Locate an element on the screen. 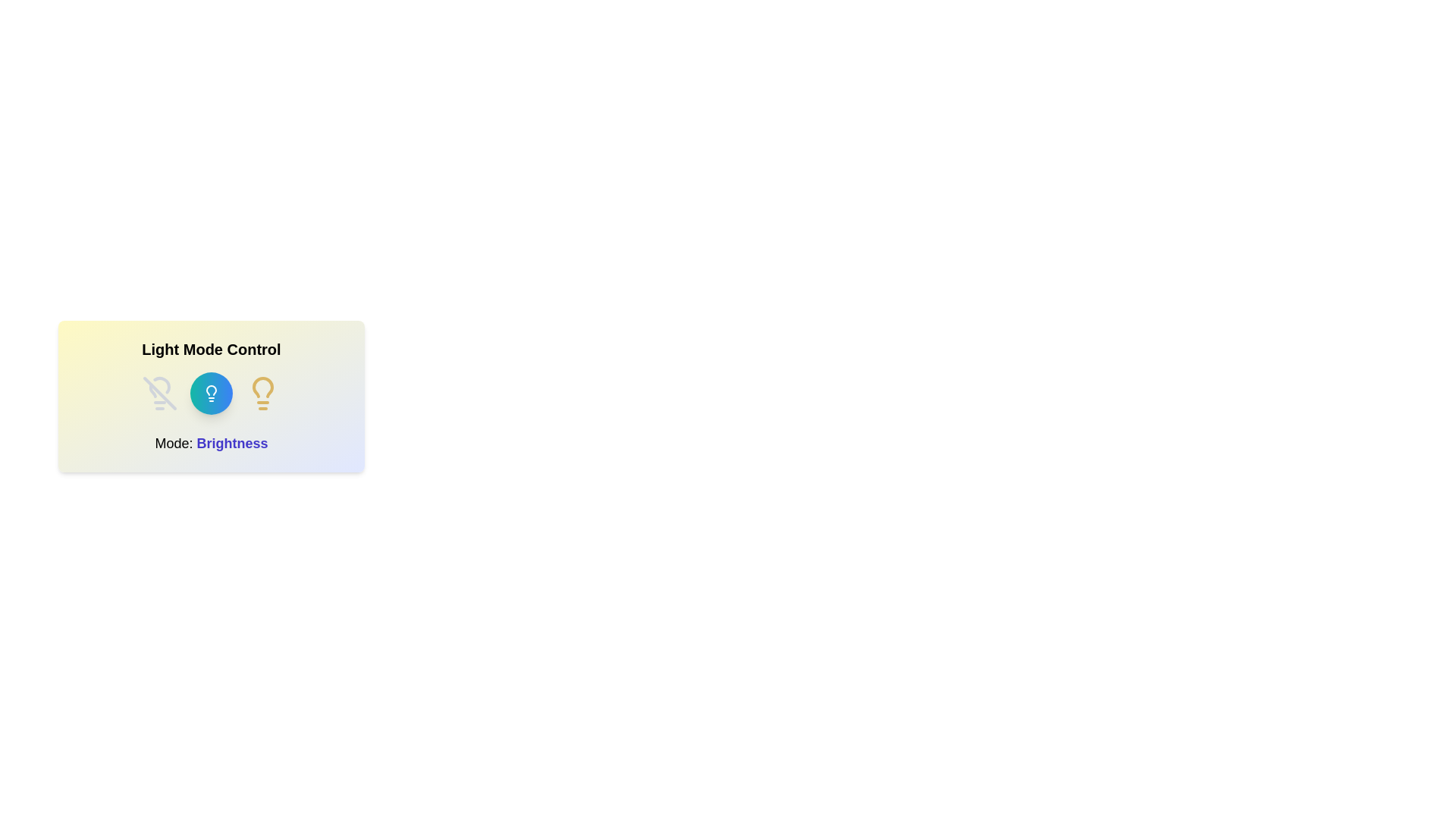 The height and width of the screenshot is (819, 1456). the lightbulb icon with off state to observe its visual feedback is located at coordinates (160, 393).